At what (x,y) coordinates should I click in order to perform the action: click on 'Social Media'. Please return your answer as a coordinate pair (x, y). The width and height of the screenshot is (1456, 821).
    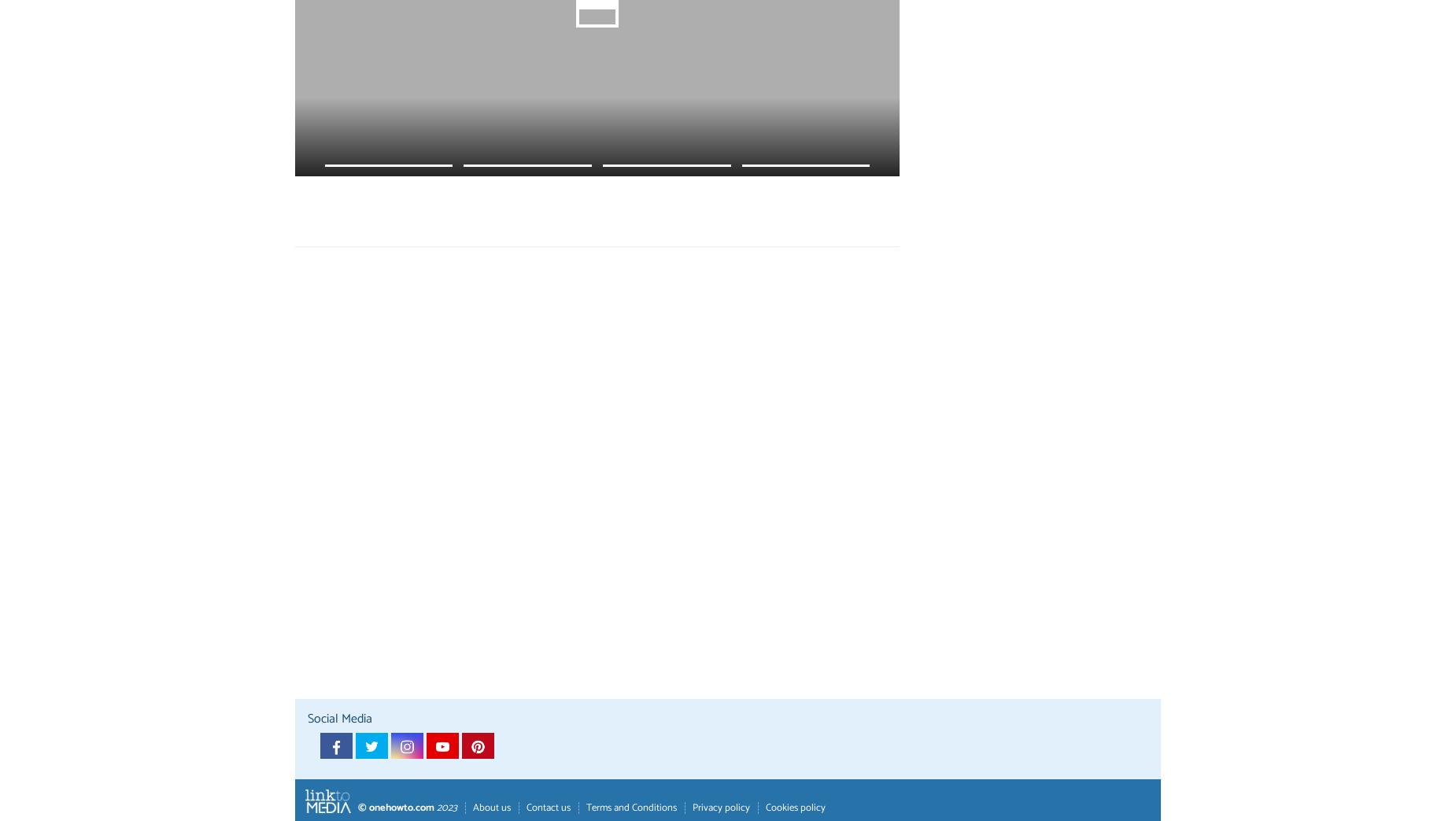
    Looking at the image, I should click on (338, 717).